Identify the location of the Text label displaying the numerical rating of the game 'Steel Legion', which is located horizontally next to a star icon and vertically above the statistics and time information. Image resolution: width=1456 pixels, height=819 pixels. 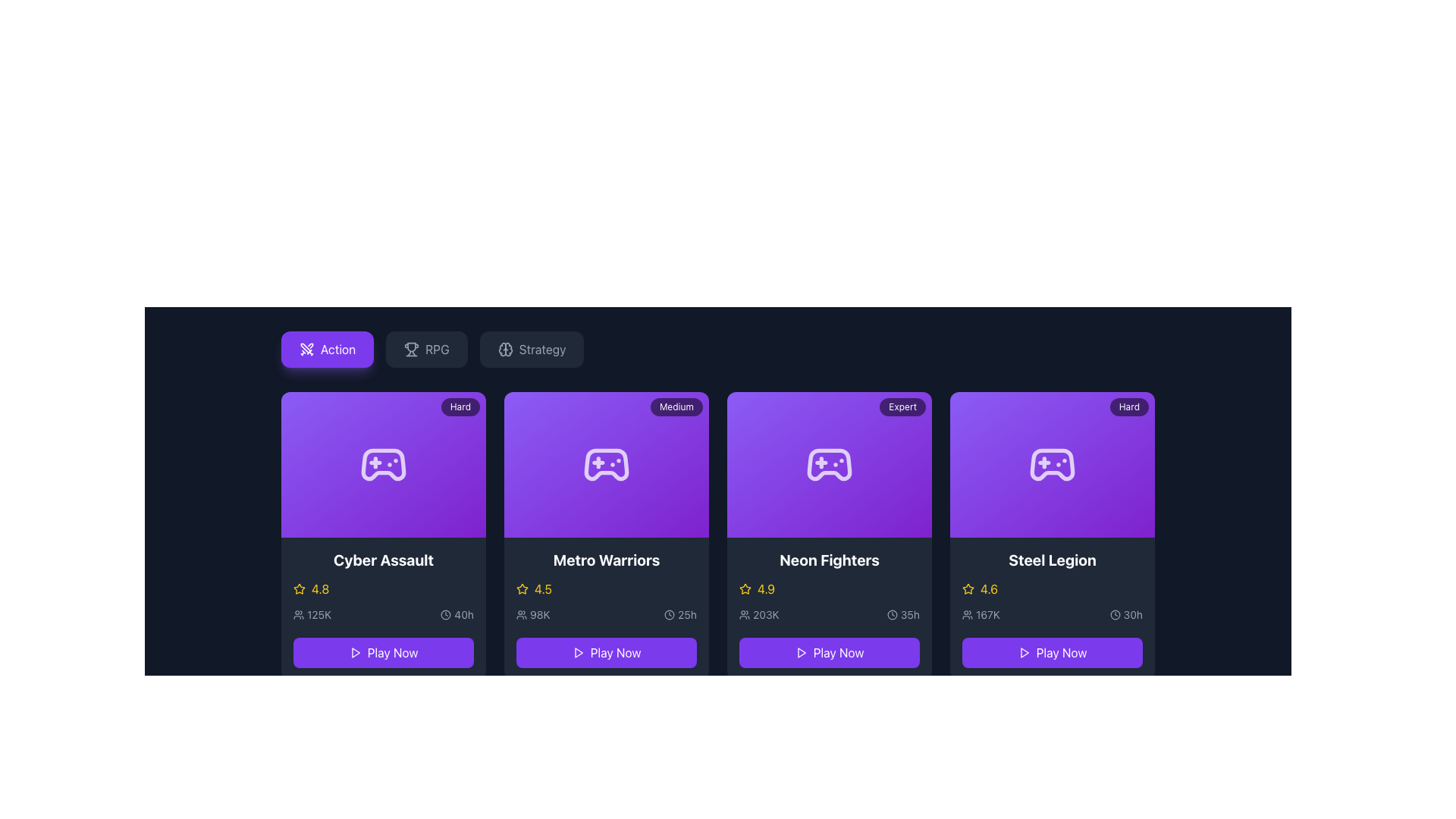
(989, 588).